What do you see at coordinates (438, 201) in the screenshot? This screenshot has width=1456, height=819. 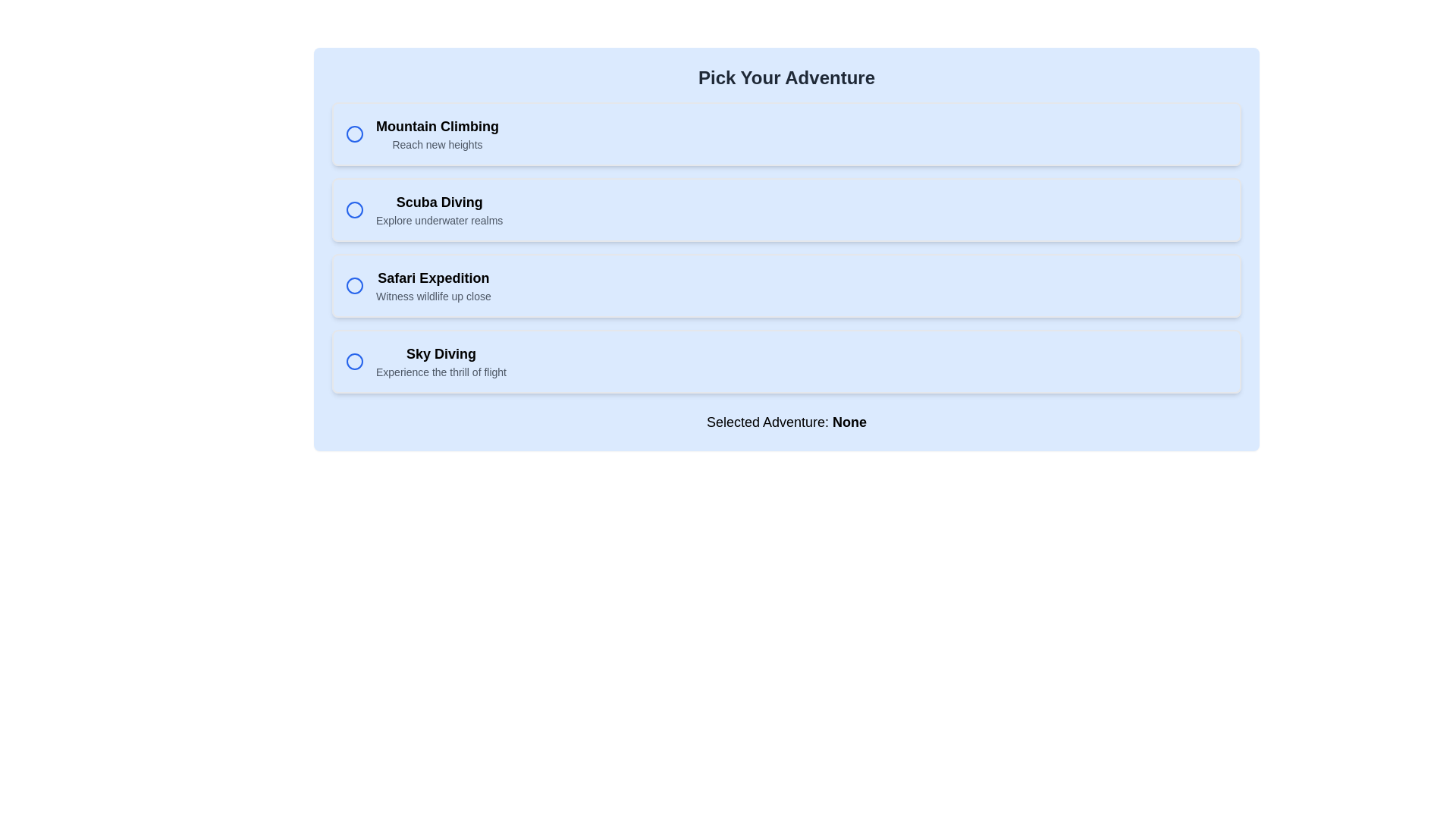 I see `static text label element displaying 'Scuba Diving', which is bold and larger than surrounding text, located within a blue background panel, above the caption 'Explore underwater realms'` at bounding box center [438, 201].